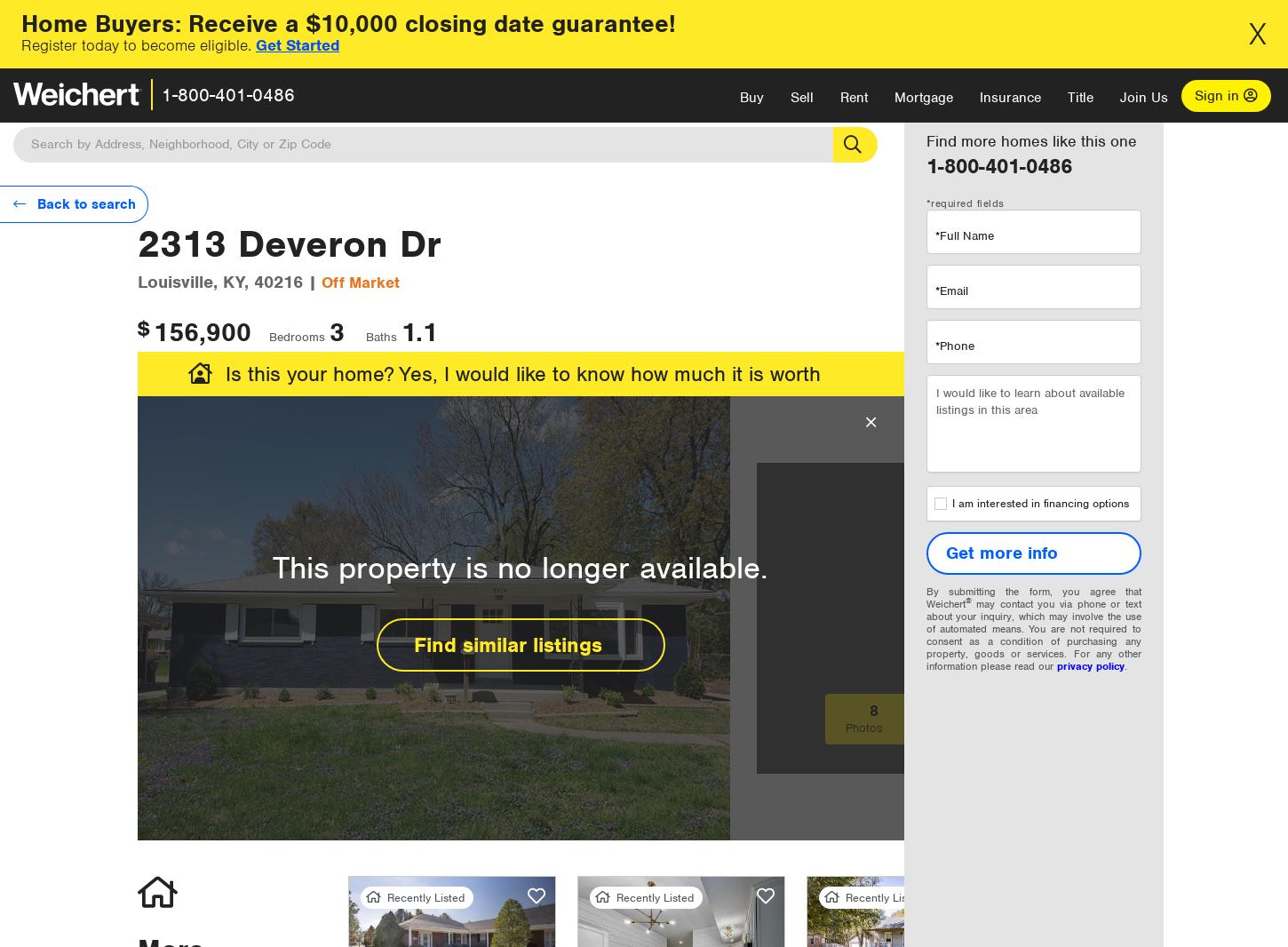 Image resolution: width=1288 pixels, height=947 pixels. What do you see at coordinates (289, 243) in the screenshot?
I see `'2313 Deveron Dr'` at bounding box center [289, 243].